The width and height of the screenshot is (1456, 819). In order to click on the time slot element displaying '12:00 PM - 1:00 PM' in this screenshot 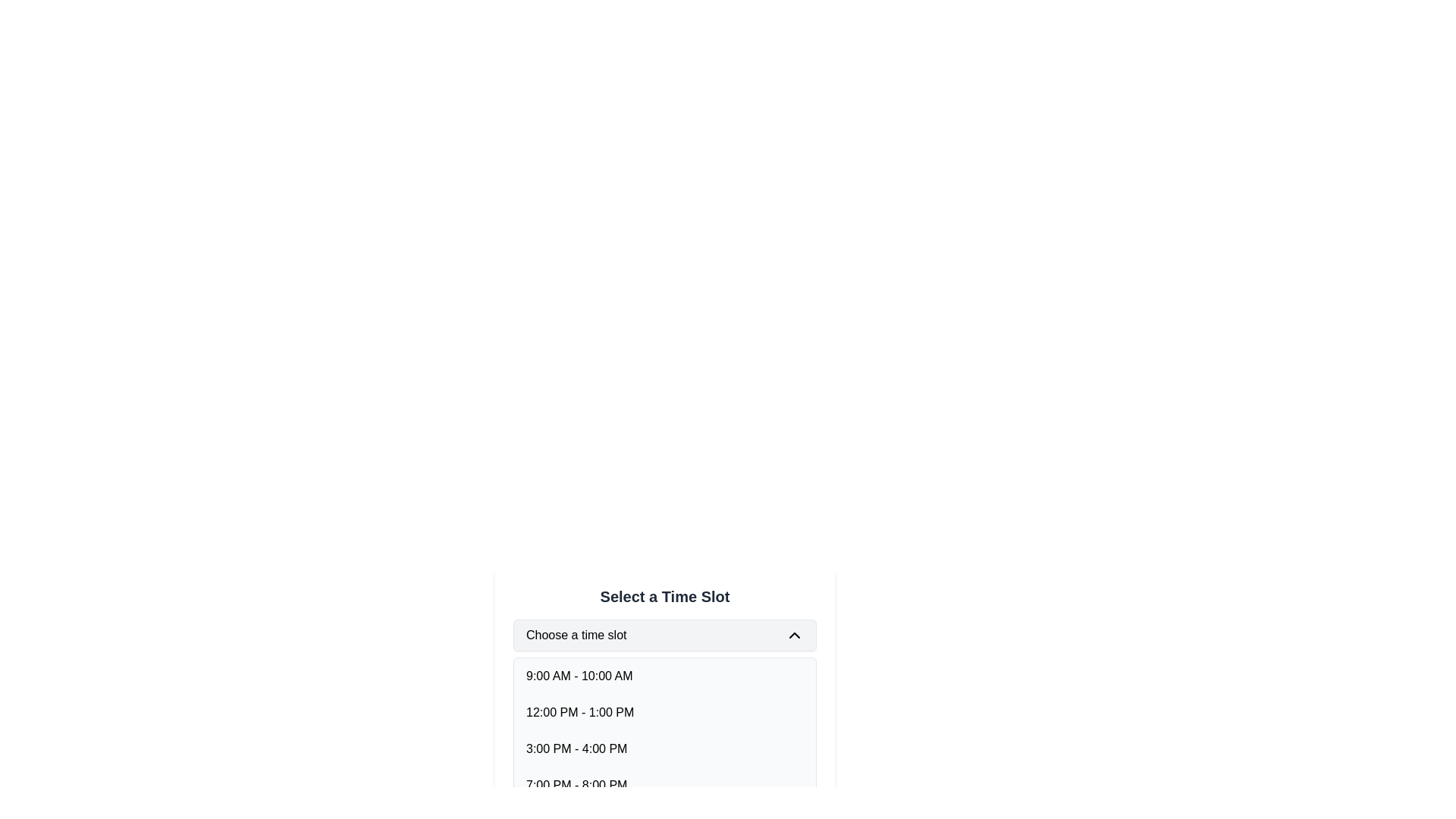, I will do `click(665, 713)`.